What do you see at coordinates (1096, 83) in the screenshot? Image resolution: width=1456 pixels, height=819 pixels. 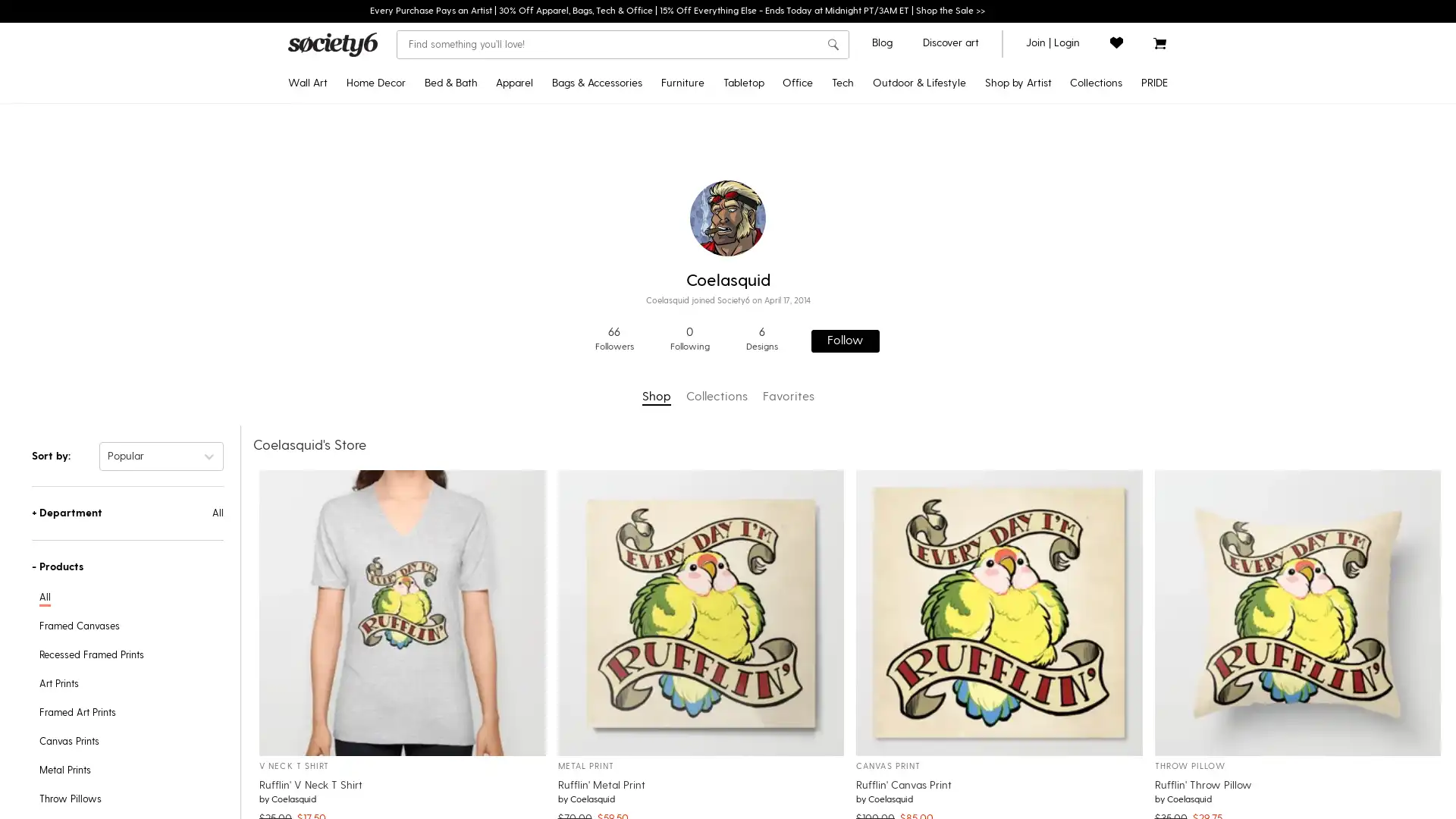 I see `Collections` at bounding box center [1096, 83].